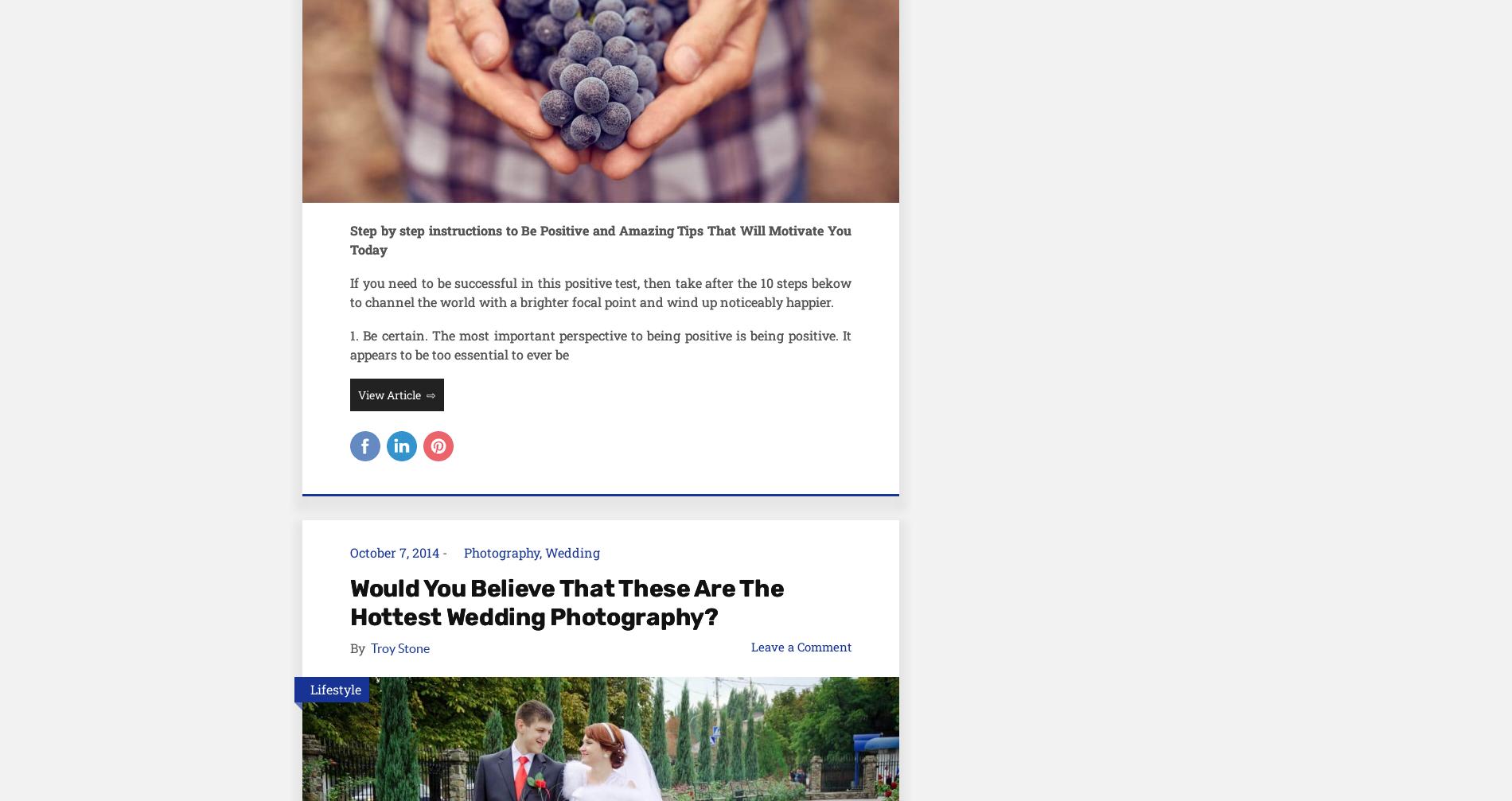 The image size is (1512, 801). Describe the element at coordinates (571, 550) in the screenshot. I see `'Wedding'` at that location.